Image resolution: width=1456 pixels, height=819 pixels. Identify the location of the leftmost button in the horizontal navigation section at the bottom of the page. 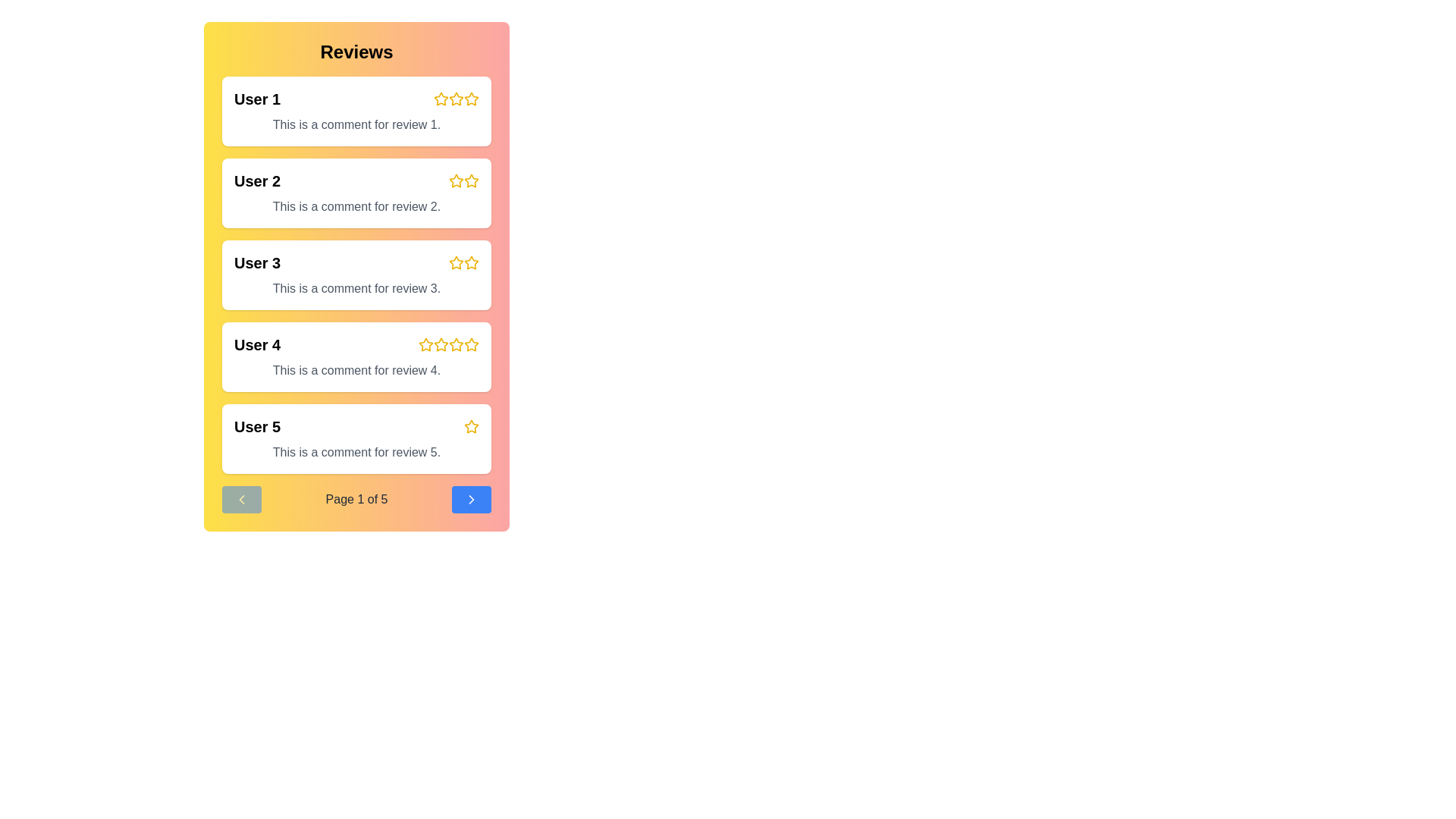
(240, 500).